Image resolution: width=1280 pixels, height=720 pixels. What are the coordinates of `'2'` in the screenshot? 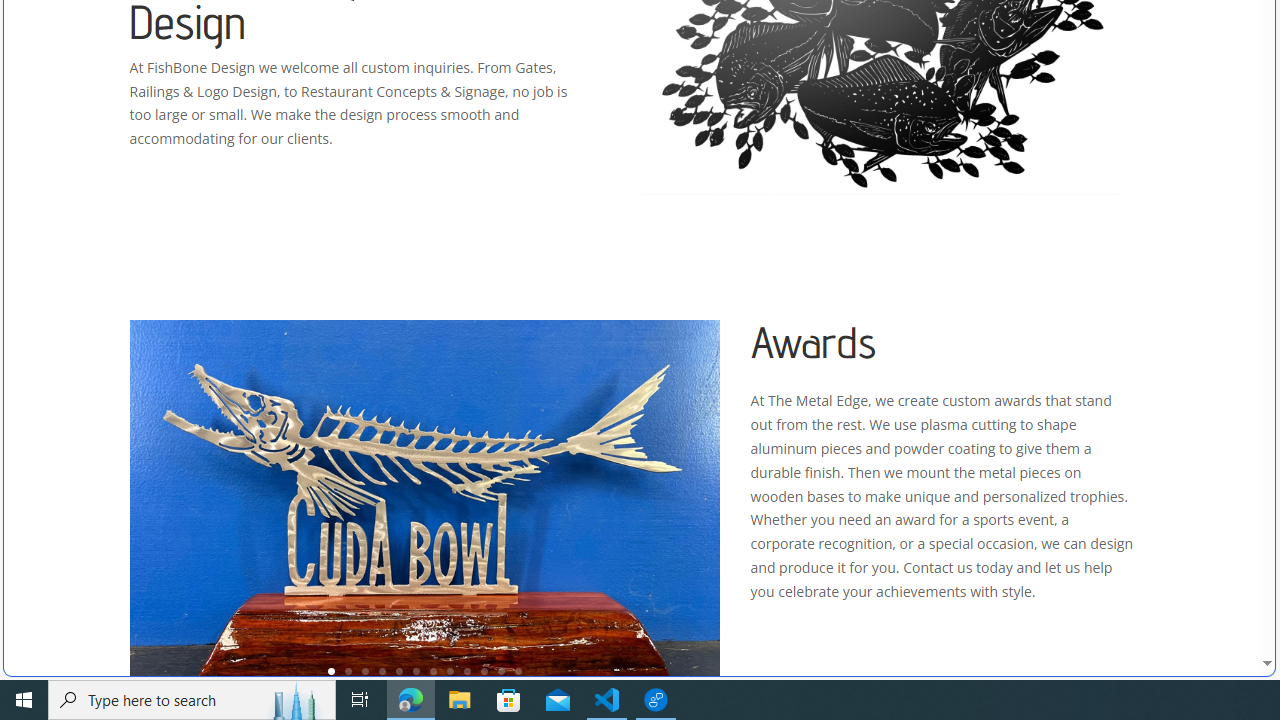 It's located at (348, 671).